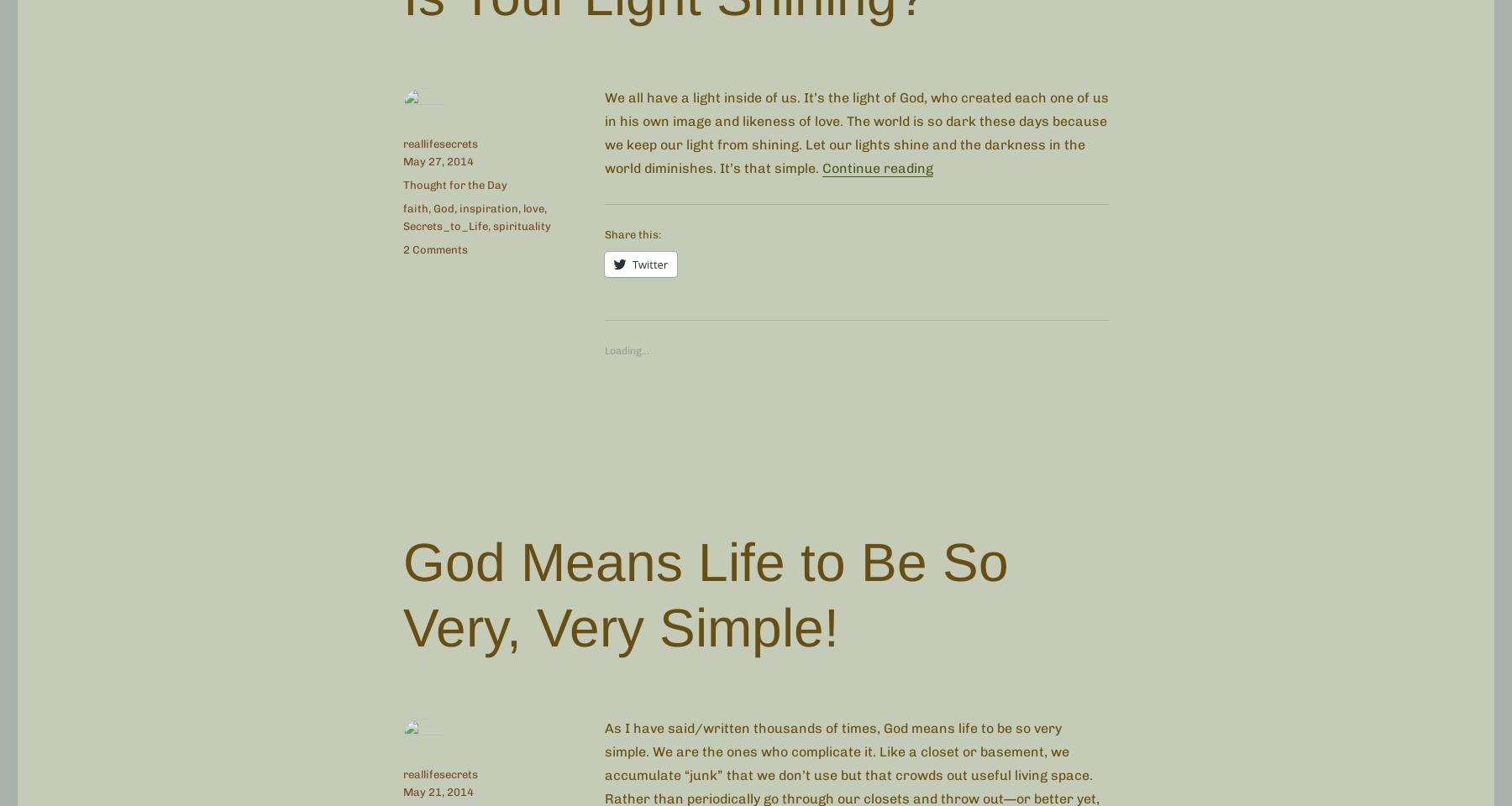  I want to click on 'God', so click(433, 207).